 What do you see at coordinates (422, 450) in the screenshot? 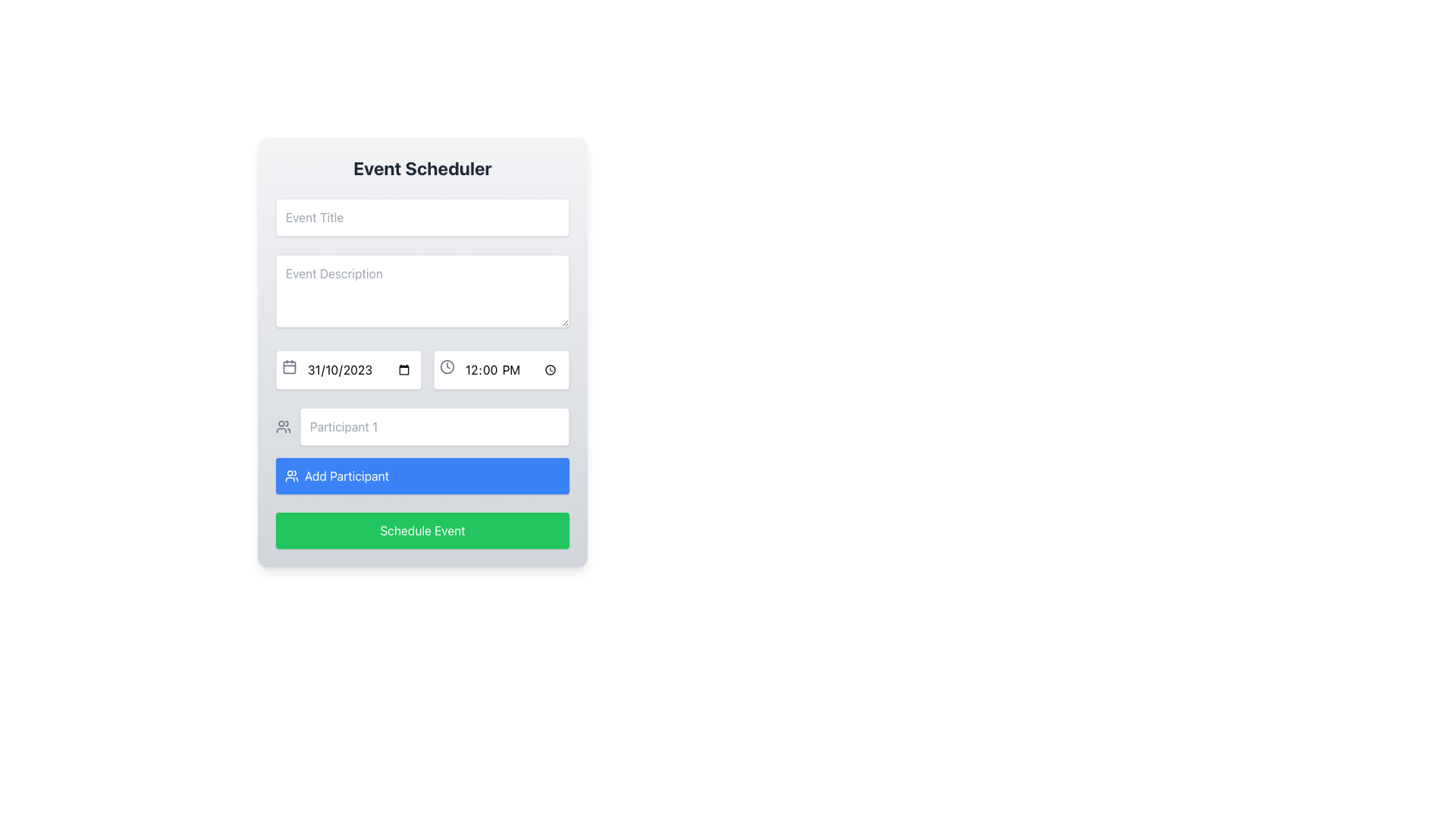
I see `the 'Add Participant' button located centrally within the 'Event Scheduler' panel, below the 'Event Description' and date-time selection fields` at bounding box center [422, 450].